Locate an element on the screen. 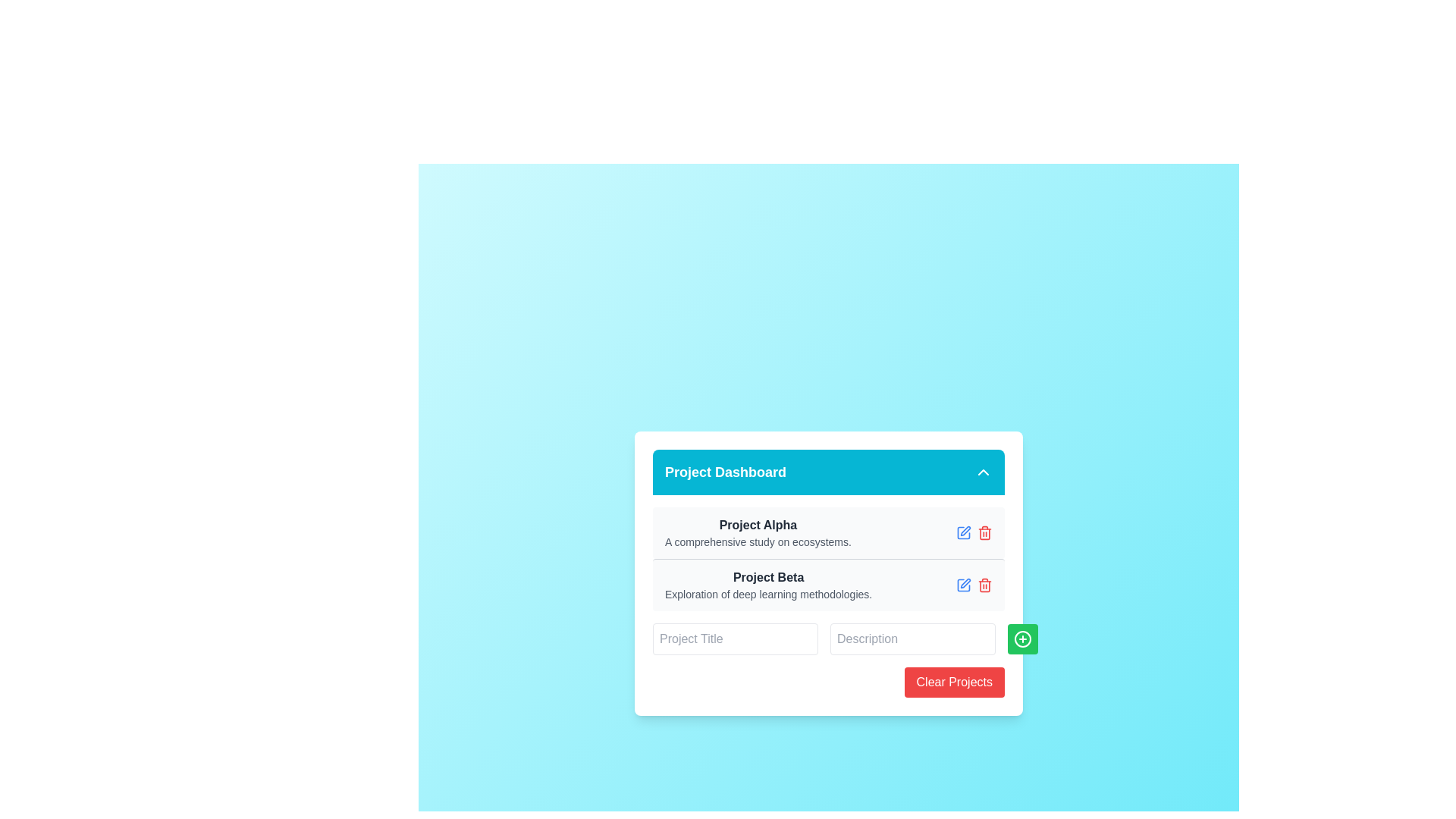  the List item representing 'Project Beta' in the Project Dashboard to trigger the hover effect is located at coordinates (828, 584).